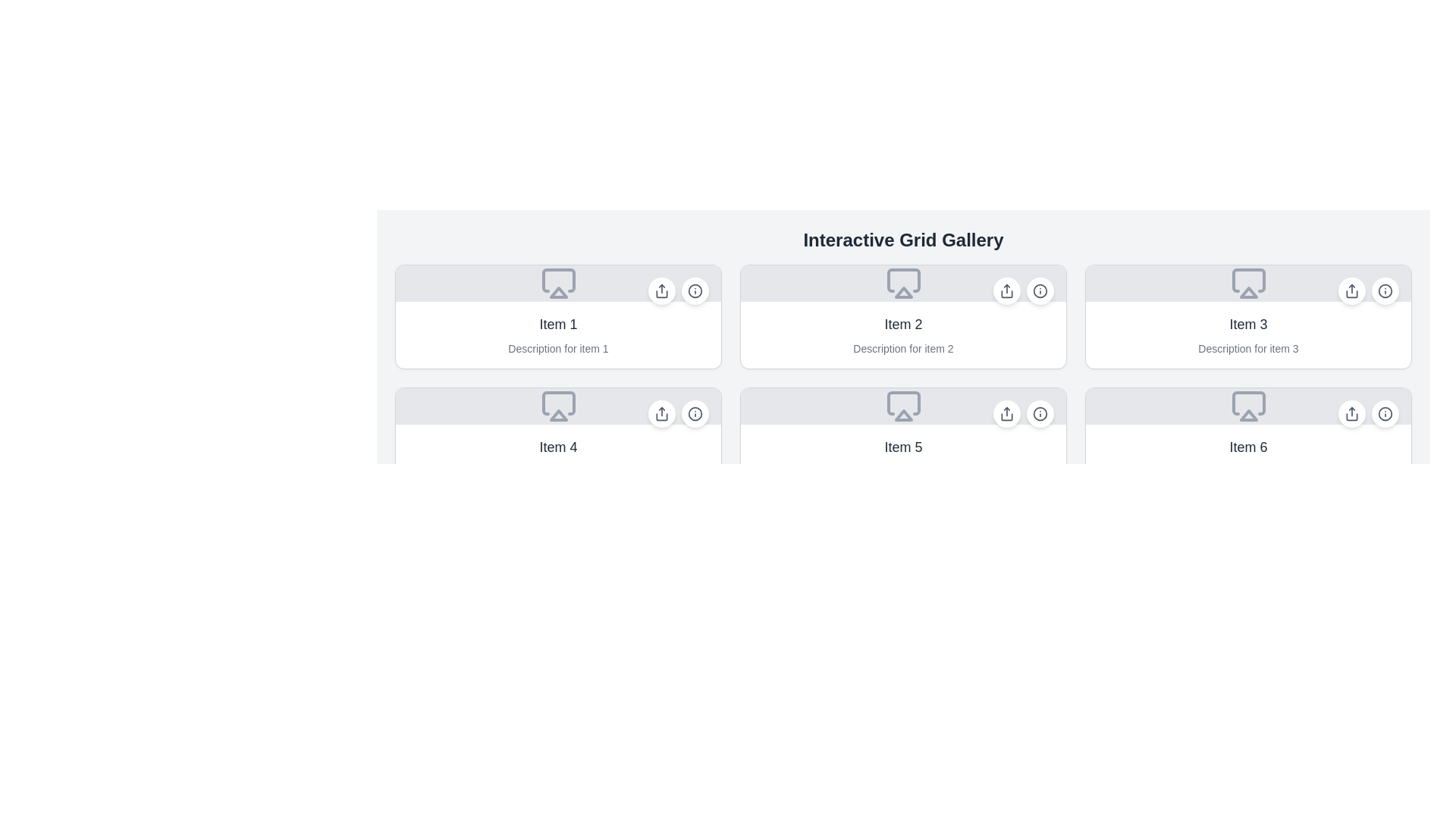 The width and height of the screenshot is (1456, 819). What do you see at coordinates (1248, 447) in the screenshot?
I see `text label located in the bottom-right card of the grid layout, which serves as the title or identifier for the associated item` at bounding box center [1248, 447].